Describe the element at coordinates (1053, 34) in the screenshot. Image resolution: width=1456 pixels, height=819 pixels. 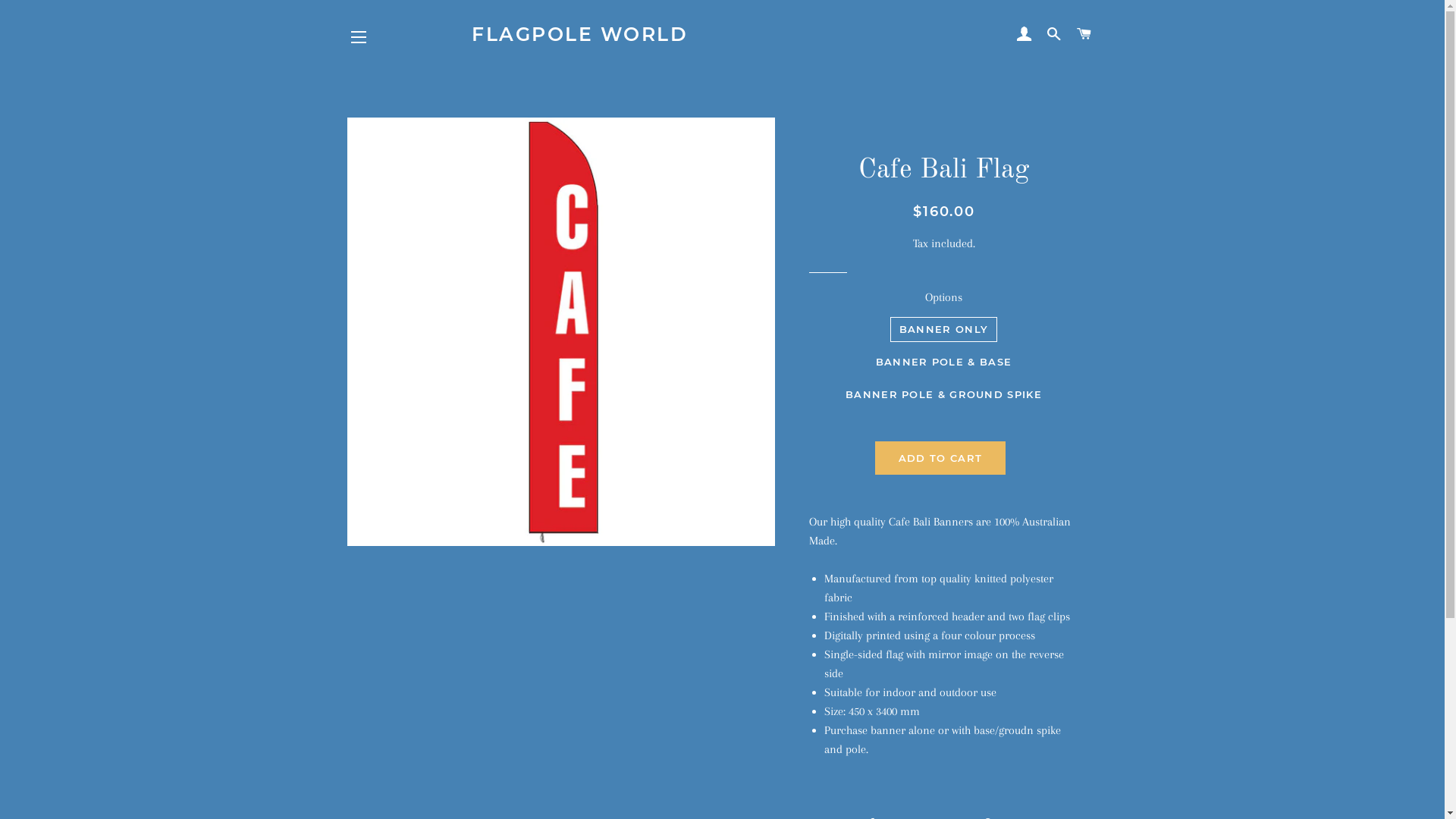
I see `'SEARCH'` at that location.